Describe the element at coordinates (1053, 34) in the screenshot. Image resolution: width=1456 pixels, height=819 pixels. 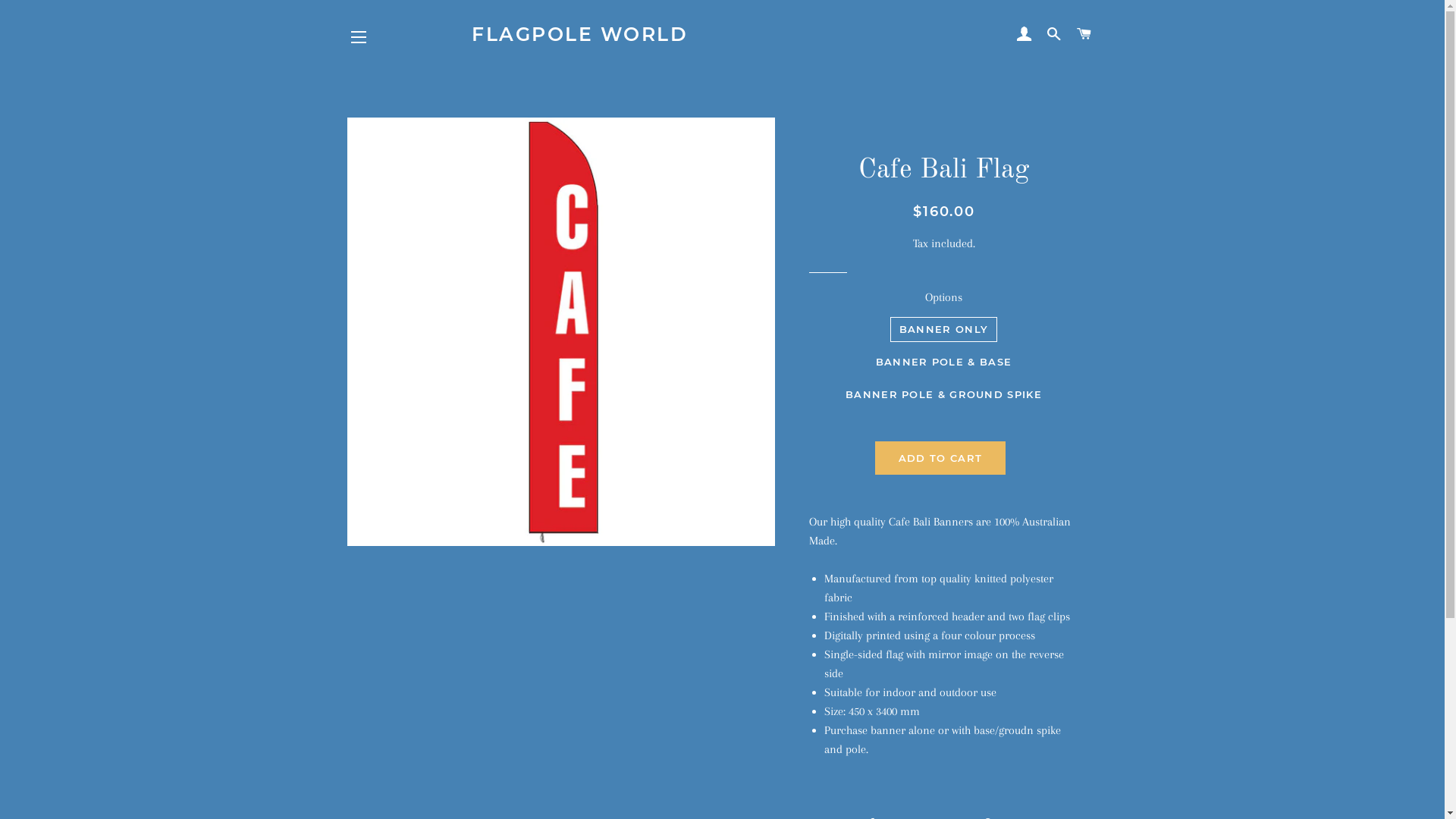
I see `'SEARCH'` at that location.